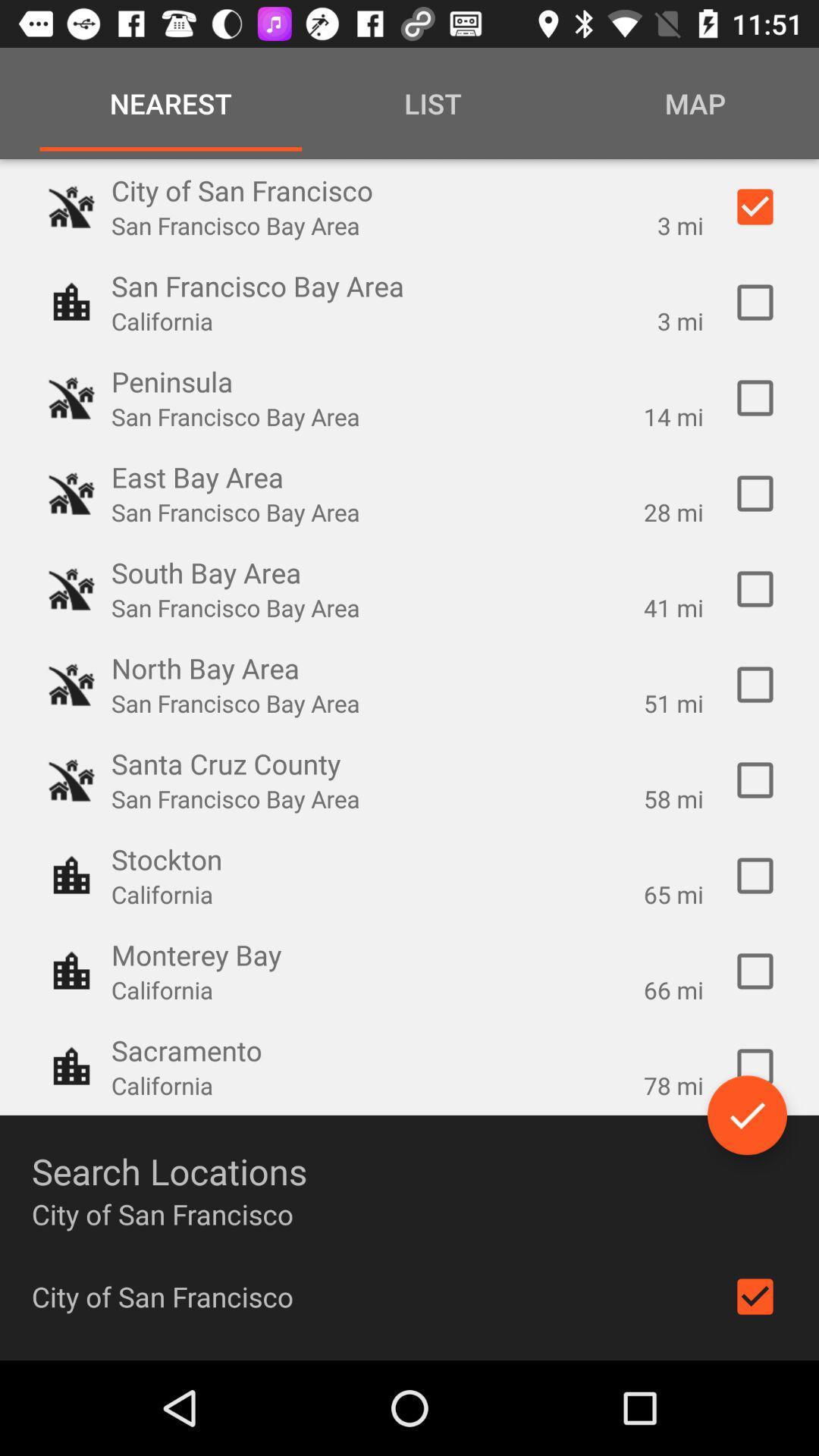 Image resolution: width=819 pixels, height=1456 pixels. What do you see at coordinates (755, 588) in the screenshot?
I see `tick location to search` at bounding box center [755, 588].